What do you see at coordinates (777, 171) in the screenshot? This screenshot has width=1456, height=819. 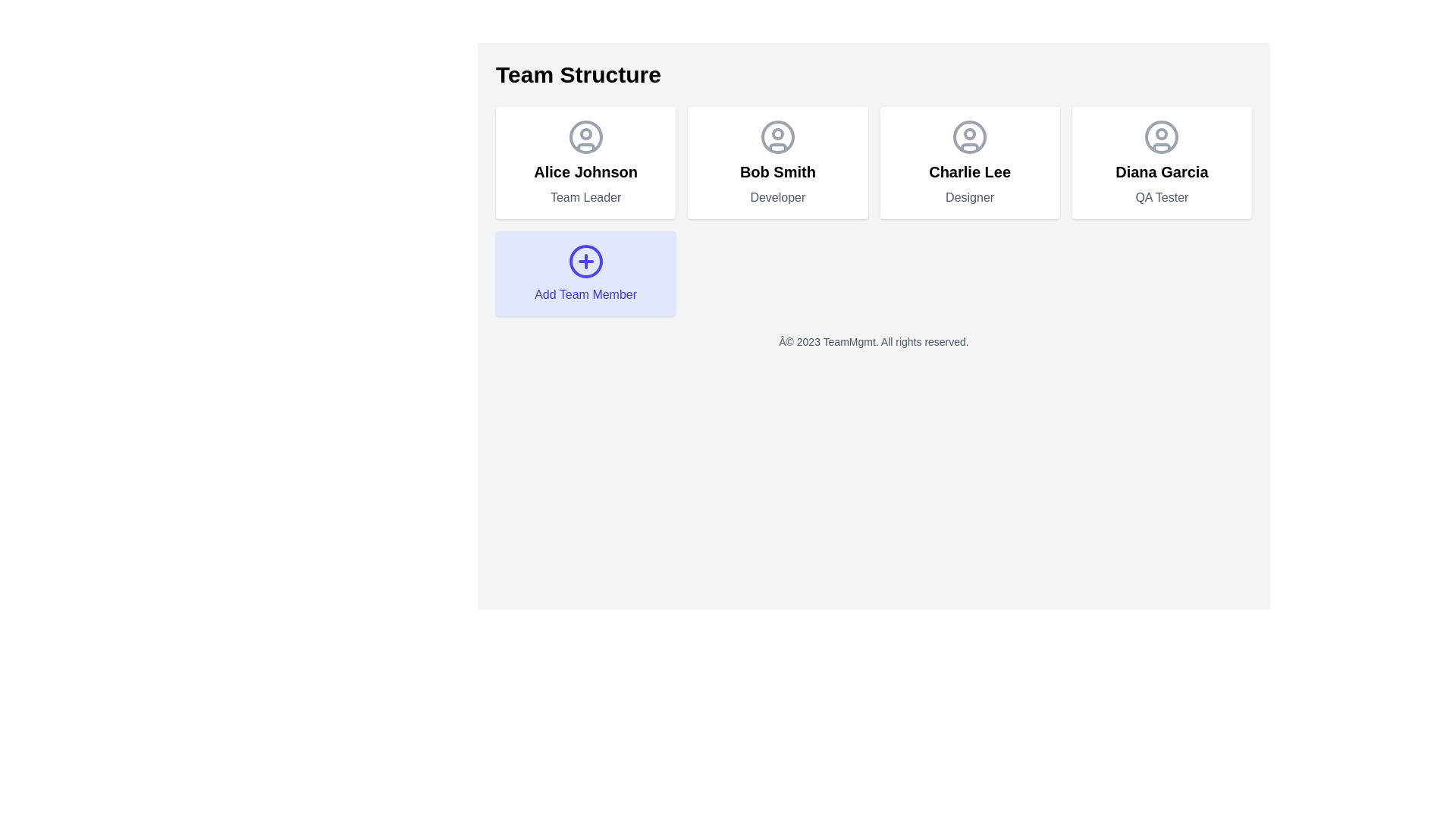 I see `Text Label that identifies the individual 'Bob Smith', located in the second column of the grid under the heading 'Team Structure', above the text 'Developer'` at bounding box center [777, 171].